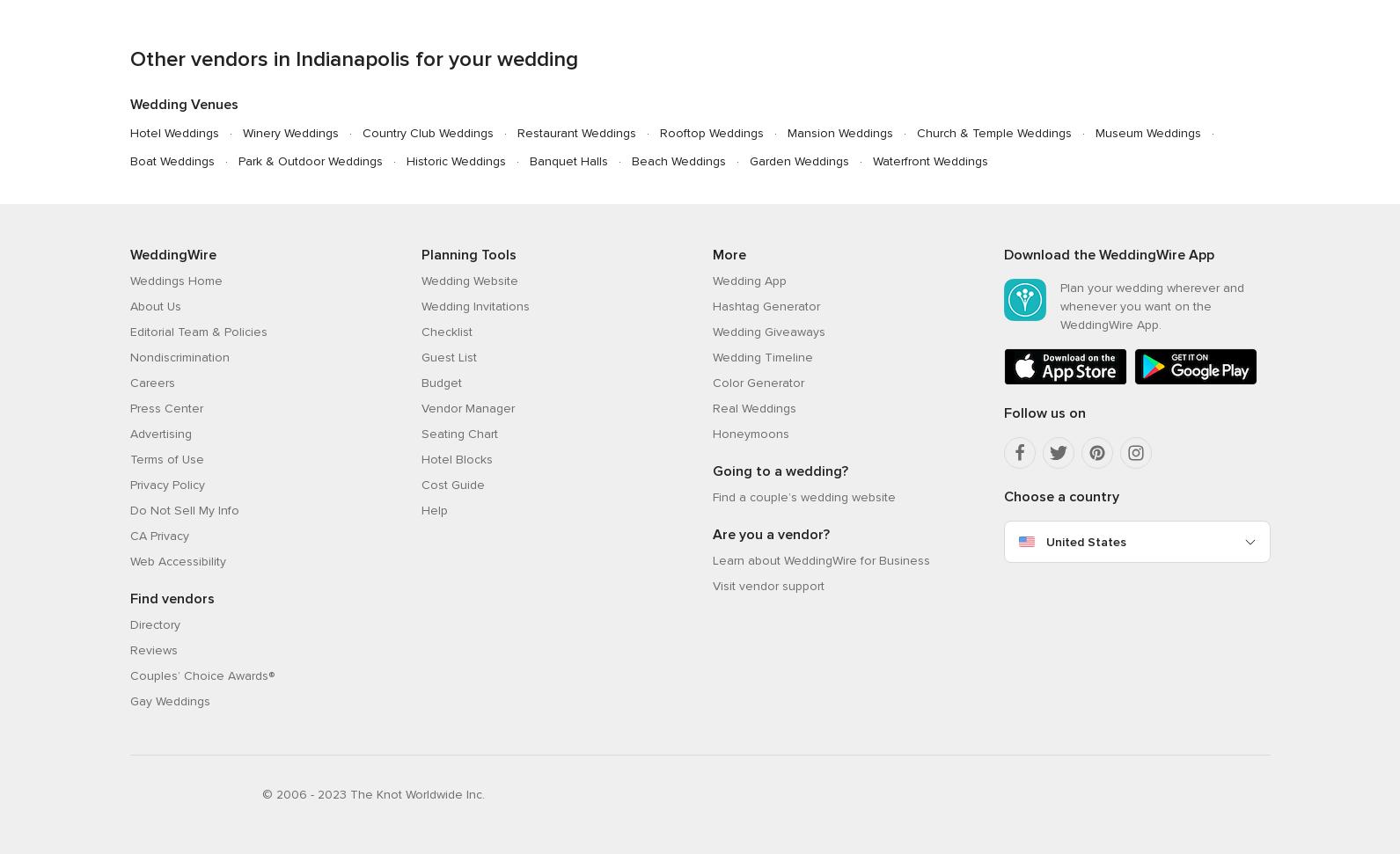  Describe the element at coordinates (1147, 132) in the screenshot. I see `'Museum Weddings'` at that location.